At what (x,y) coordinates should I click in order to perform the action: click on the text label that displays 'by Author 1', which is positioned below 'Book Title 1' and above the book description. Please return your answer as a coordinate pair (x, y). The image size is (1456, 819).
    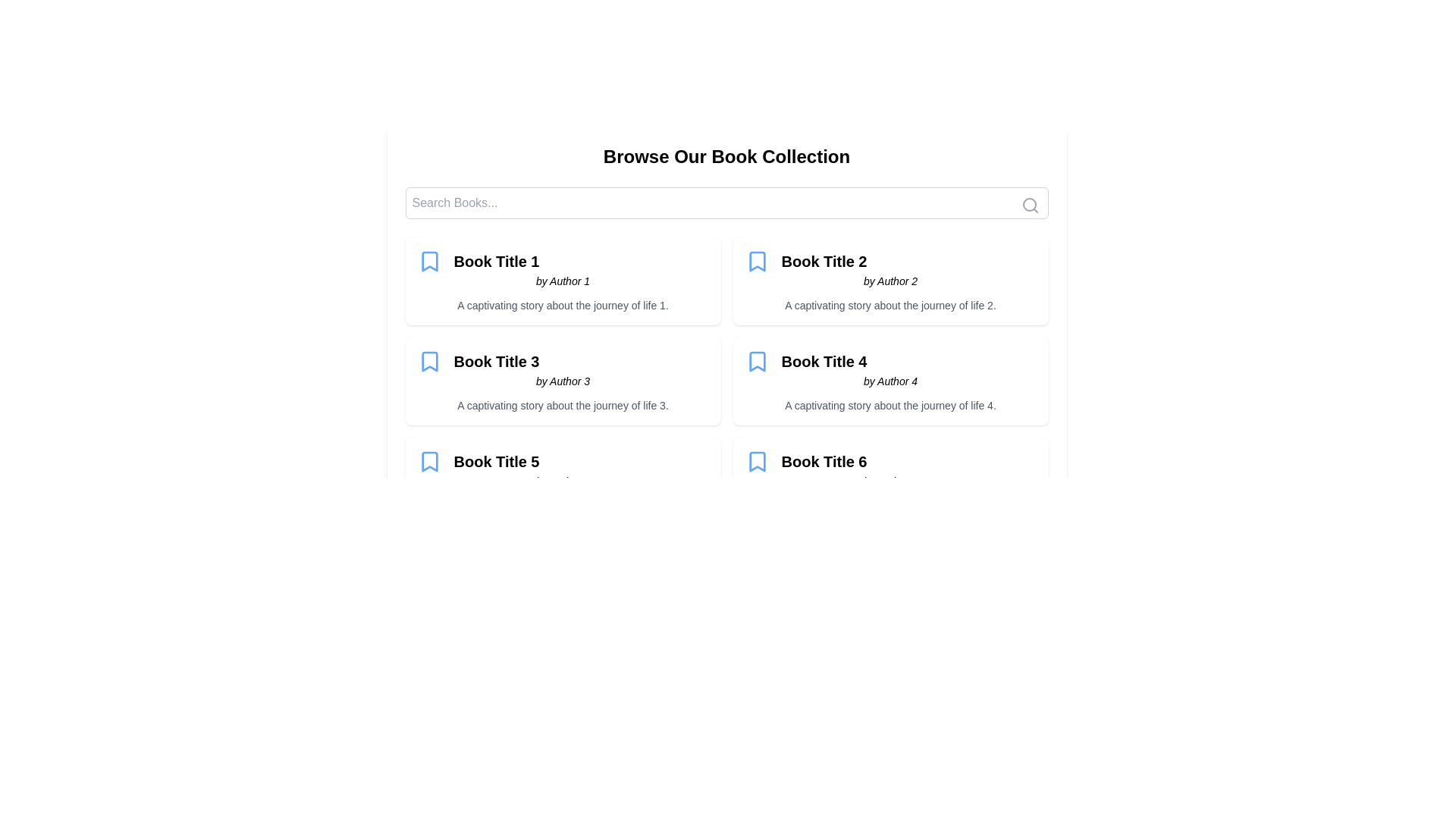
    Looking at the image, I should click on (562, 281).